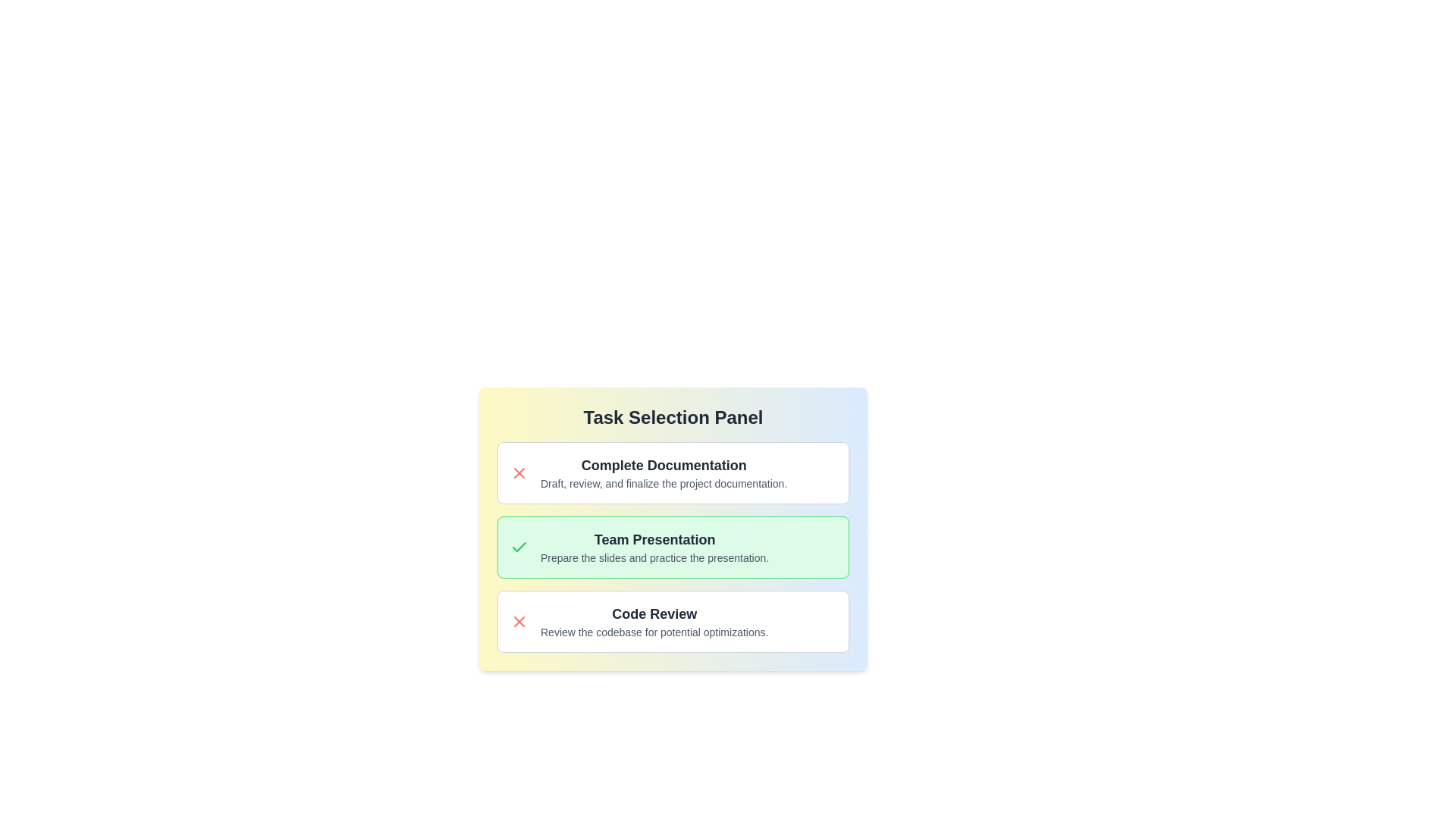  I want to click on the green checkmark icon located in the leftmost segment of the green-highlighted task box labeled 'Team Presentation', so click(519, 547).